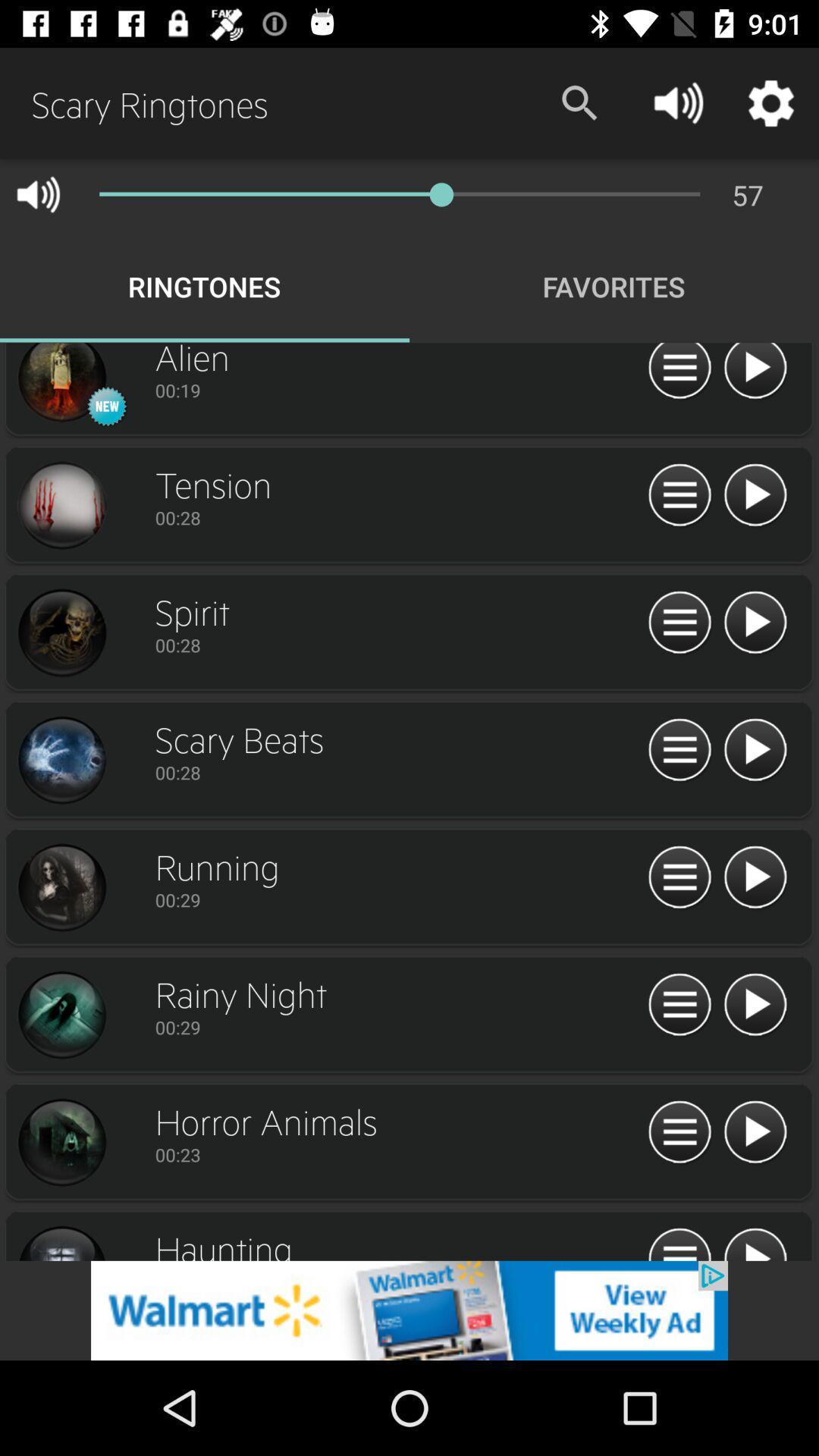 The image size is (819, 1456). Describe the element at coordinates (409, 1310) in the screenshot. I see `access advertisement` at that location.